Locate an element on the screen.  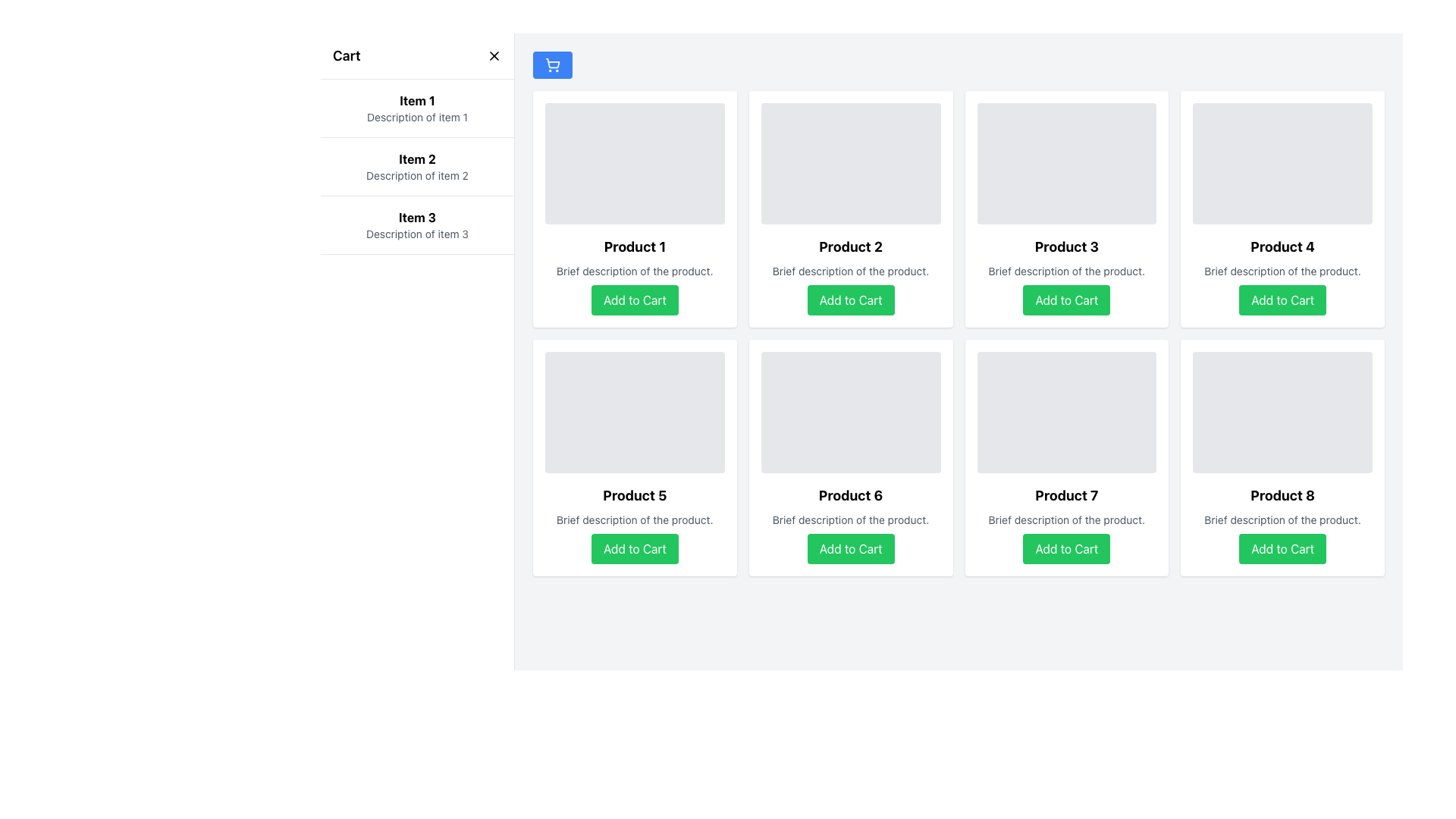
the text label reading 'Description of item 2', which is styled with a smaller font size and gray coloring, located under the bold title 'Item 2' in the left sidebar's vertical list is located at coordinates (417, 174).